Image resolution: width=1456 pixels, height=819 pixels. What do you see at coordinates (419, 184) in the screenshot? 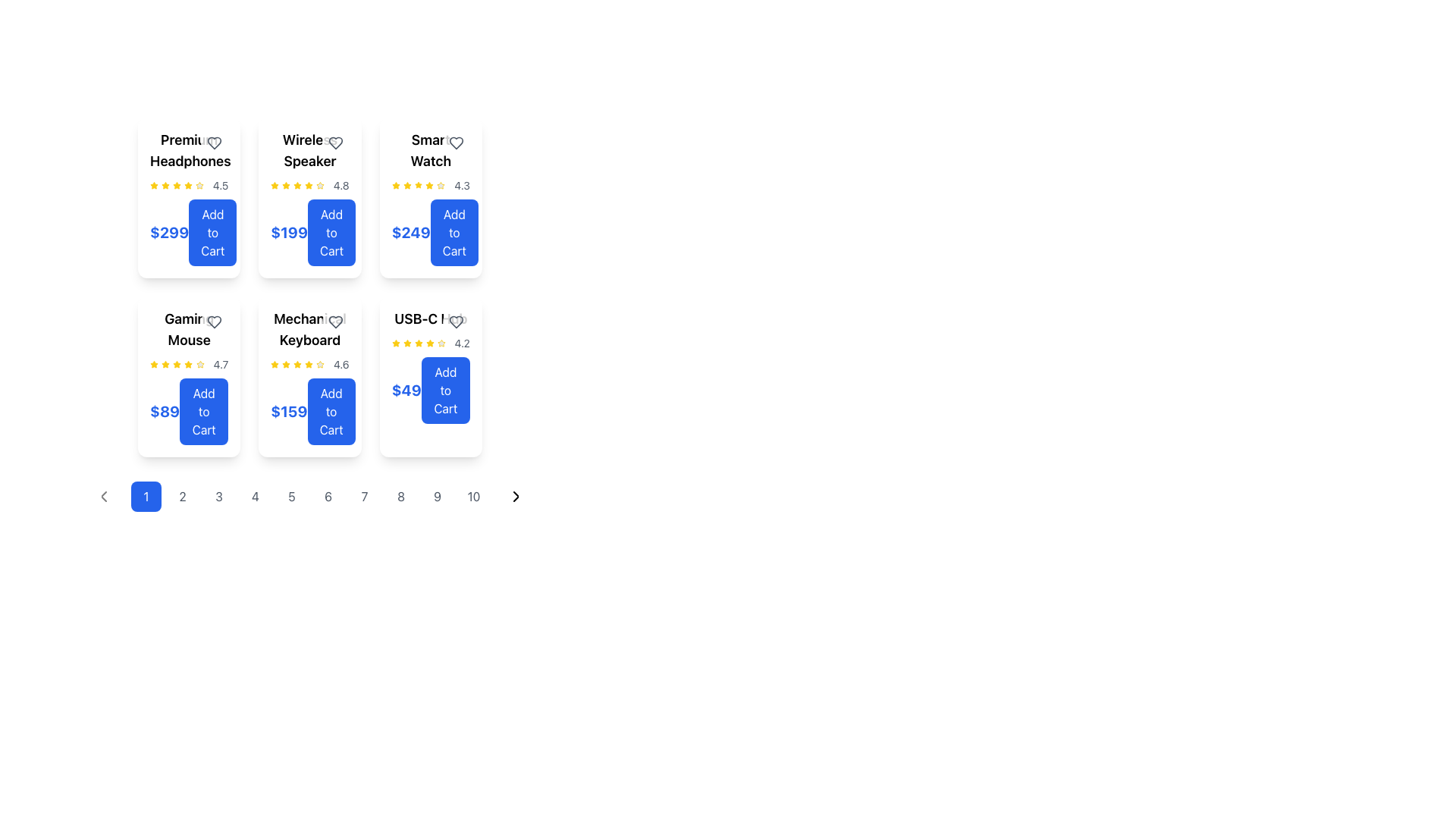
I see `the third star icon in the rating system for the 'Smart Watch' product, which indicates a score of 3 out of 5` at bounding box center [419, 184].